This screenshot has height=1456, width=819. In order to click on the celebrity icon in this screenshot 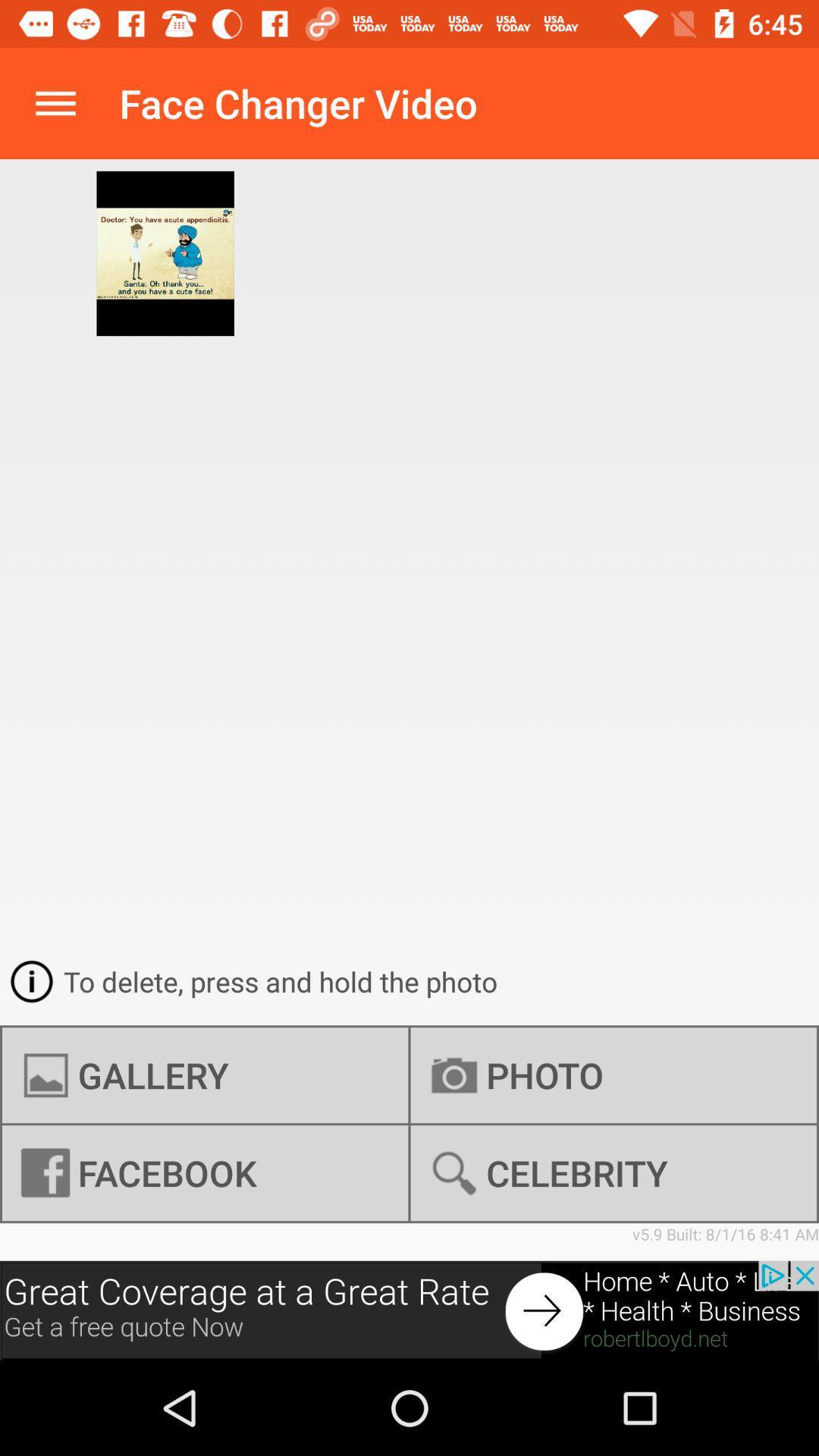, I will do `click(613, 1172)`.